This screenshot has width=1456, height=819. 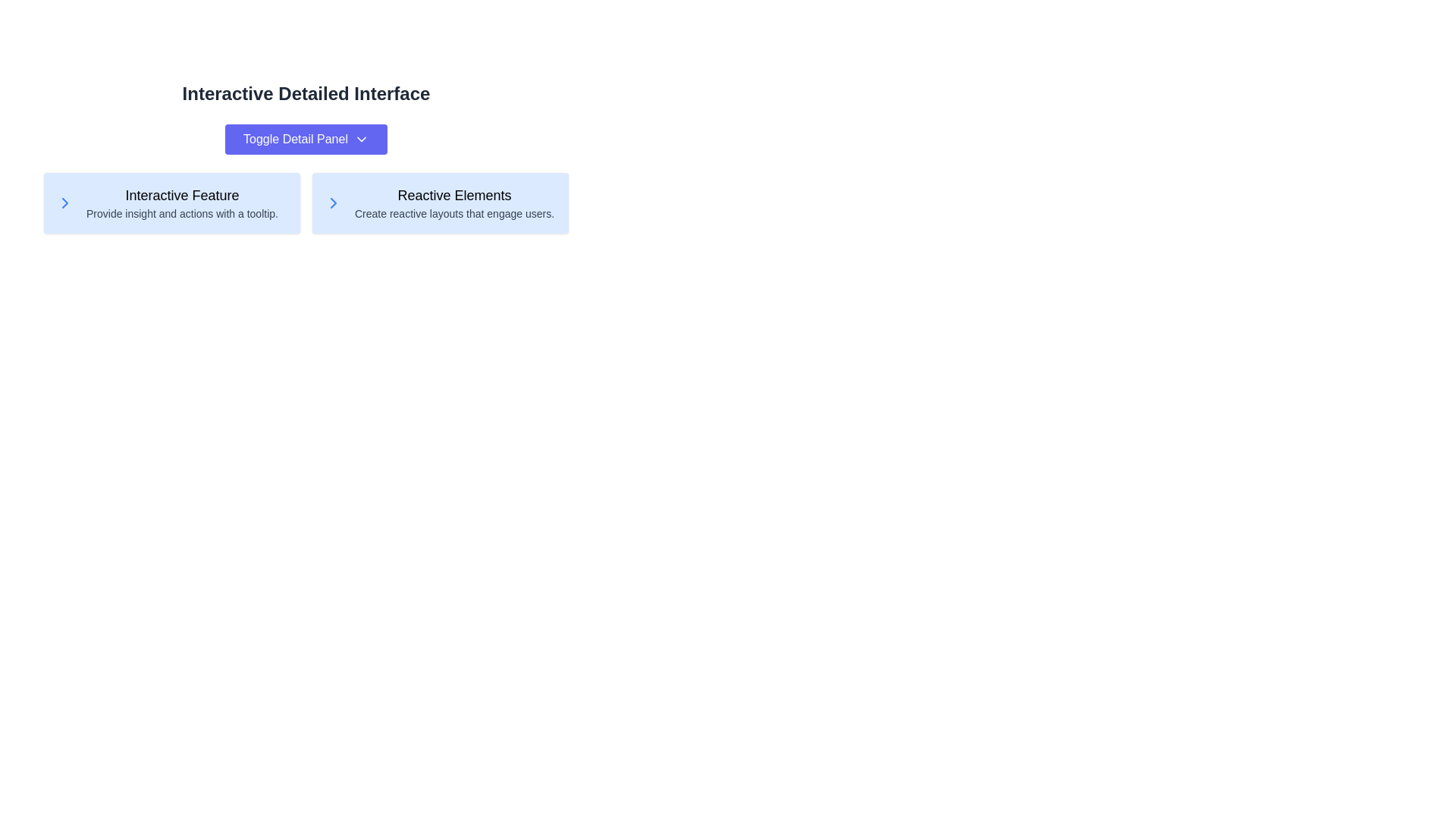 What do you see at coordinates (453, 213) in the screenshot?
I see `the text label providing a descriptive subtitle for the header 'Reactive Elements', located in the right column below the header` at bounding box center [453, 213].